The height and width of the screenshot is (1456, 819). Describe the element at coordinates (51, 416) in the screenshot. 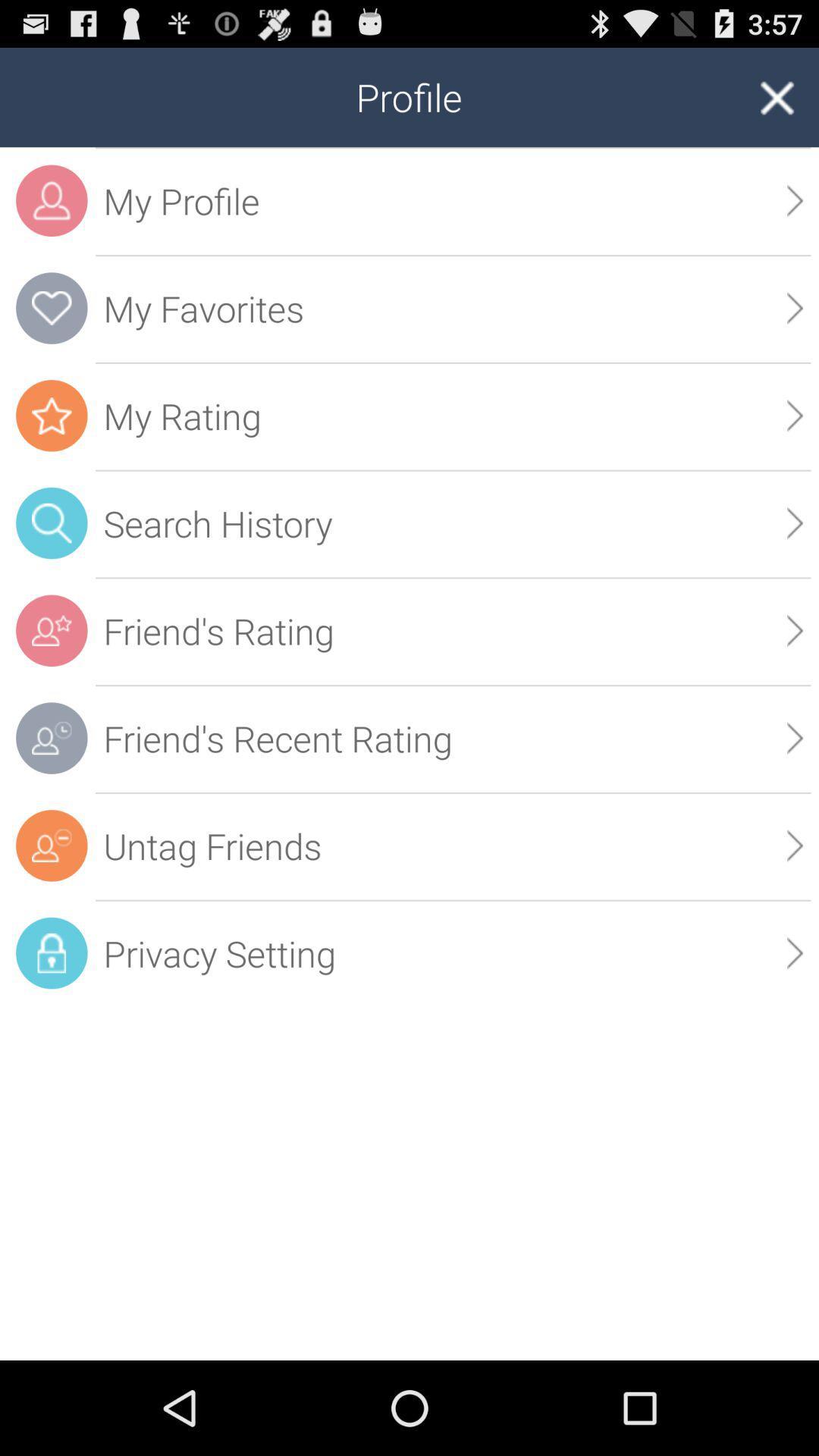

I see `the star icon which is  in the orange color` at that location.